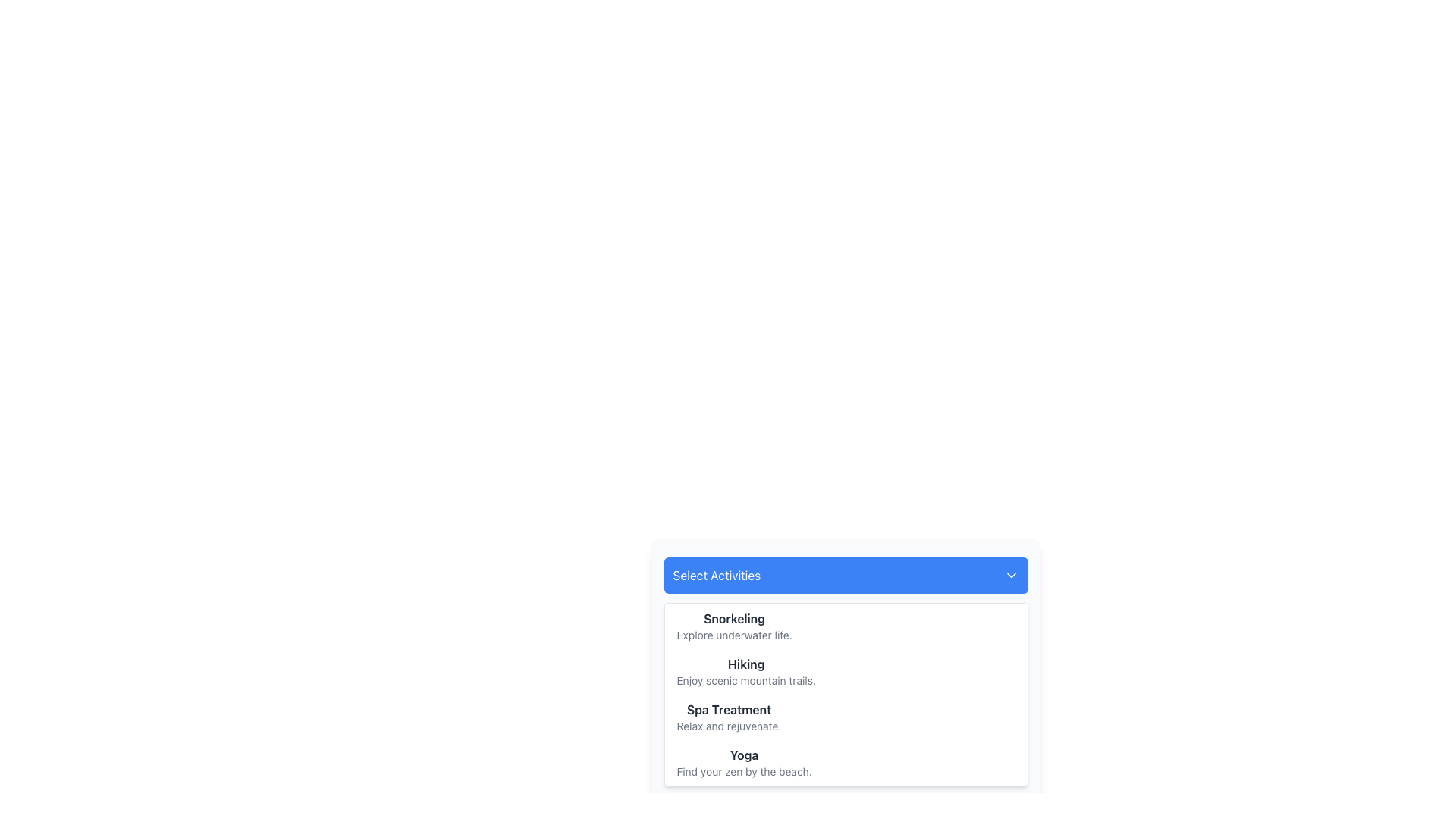  Describe the element at coordinates (729, 725) in the screenshot. I see `the static text element reading 'Relax and rejuvenate.' that is displayed in gray and located beneath the 'Spa Treatment' heading in the dropdown list of activities` at that location.